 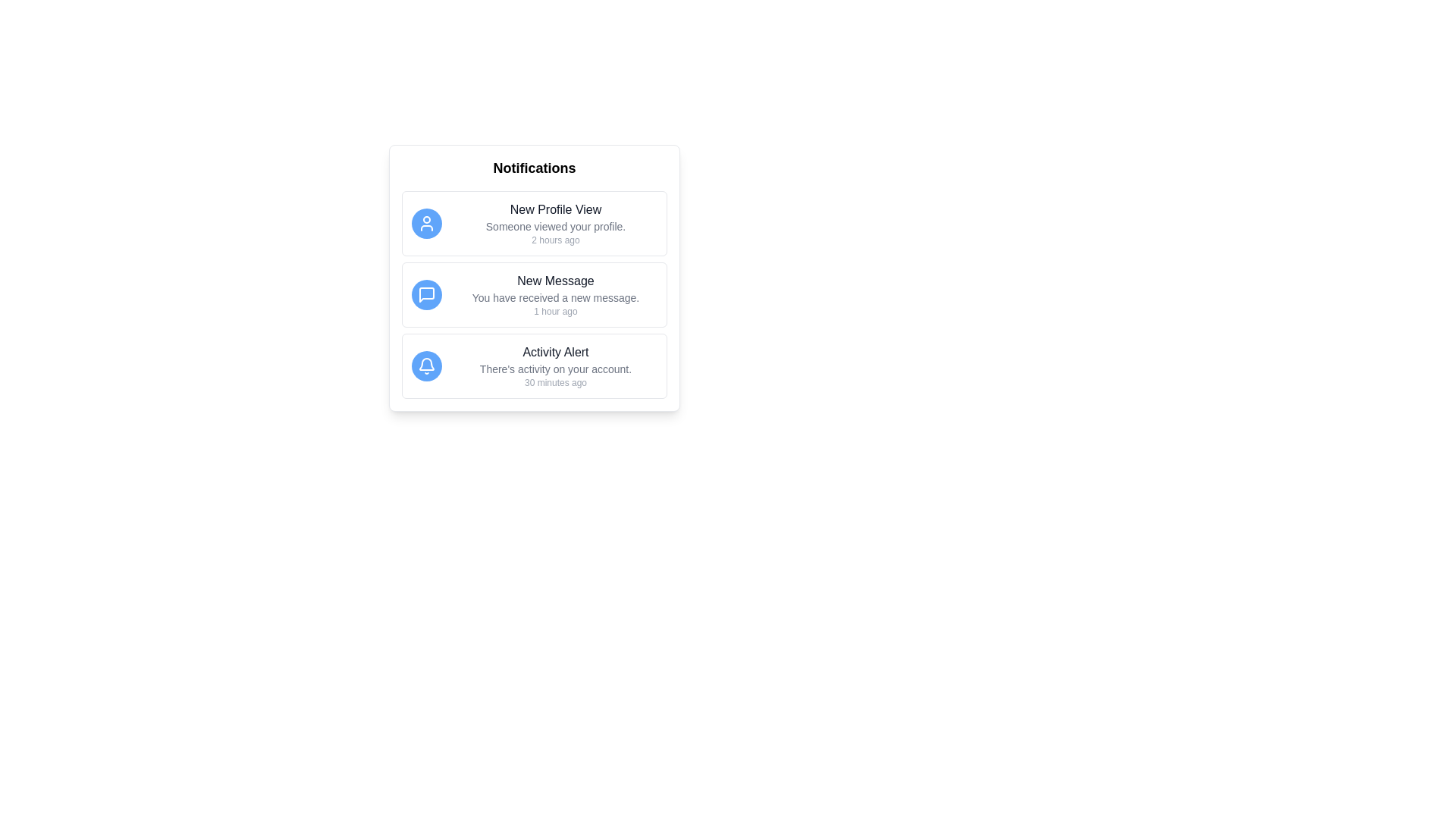 What do you see at coordinates (555, 295) in the screenshot?
I see `the Notification summary element that displays 'New Message', 'You have received a new message.', and '1 hour ago', which is the second notification in the list` at bounding box center [555, 295].